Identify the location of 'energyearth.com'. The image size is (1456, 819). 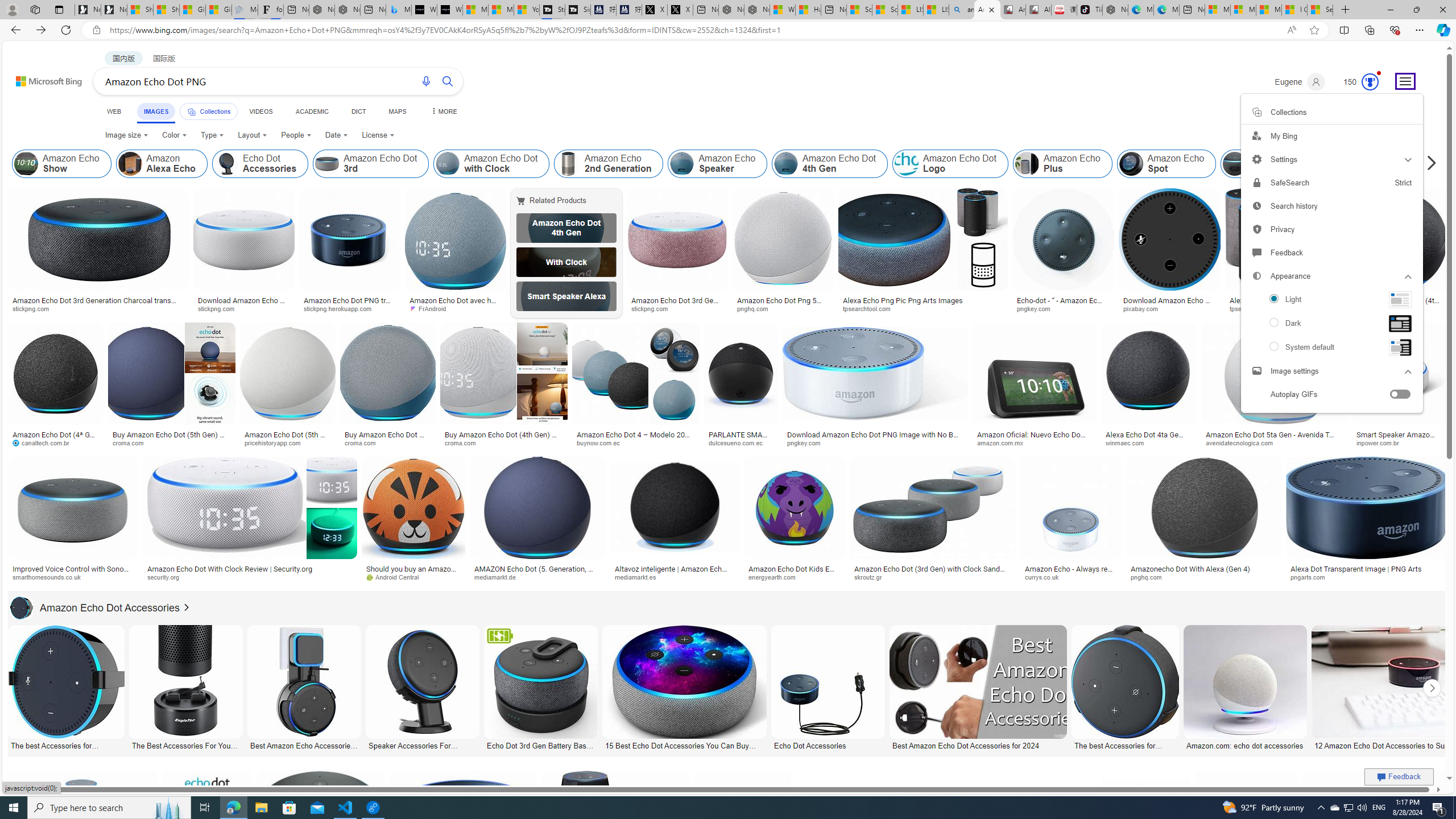
(793, 577).